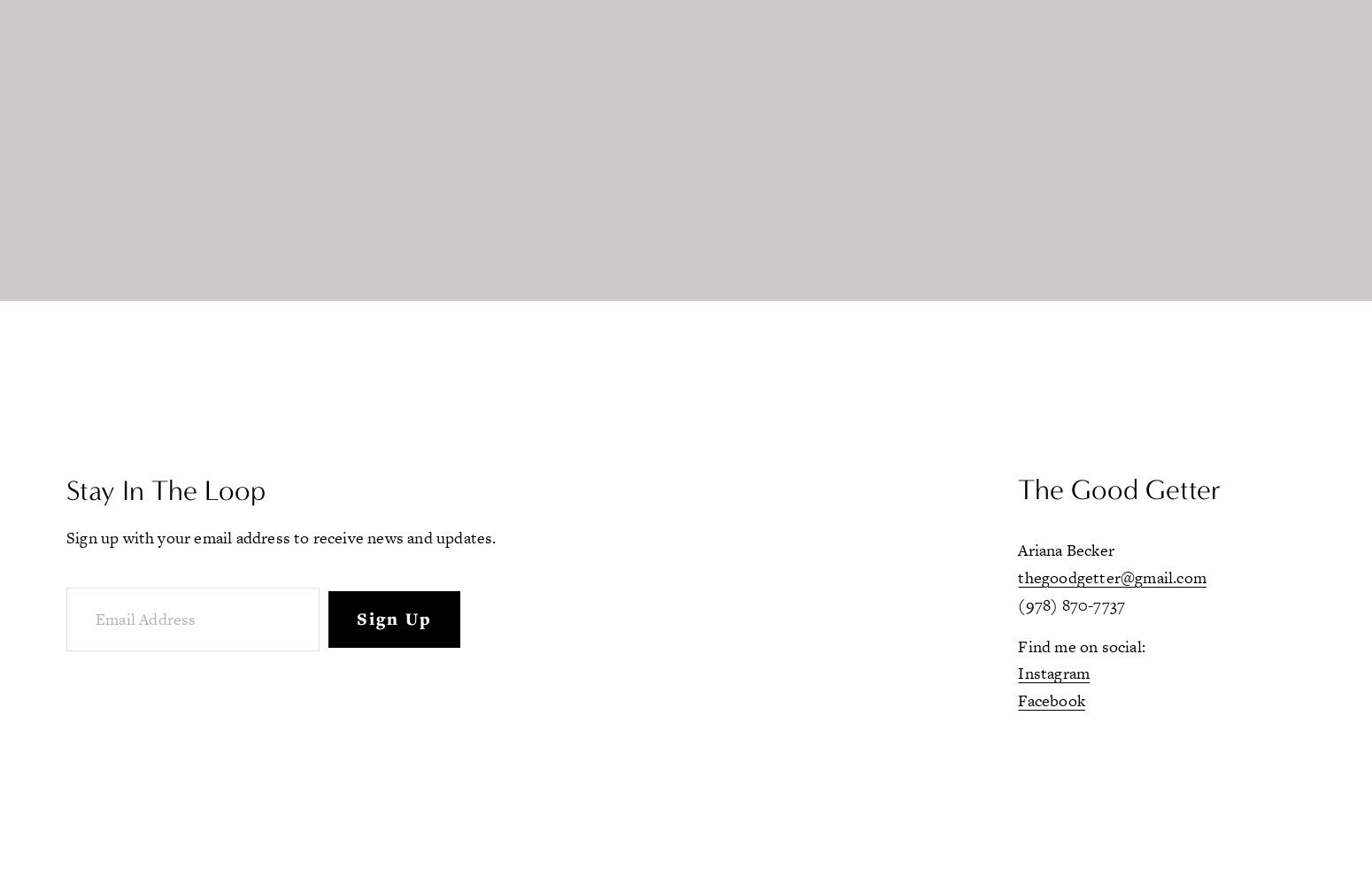  What do you see at coordinates (203, 263) in the screenshot?
I see `'Yoga'` at bounding box center [203, 263].